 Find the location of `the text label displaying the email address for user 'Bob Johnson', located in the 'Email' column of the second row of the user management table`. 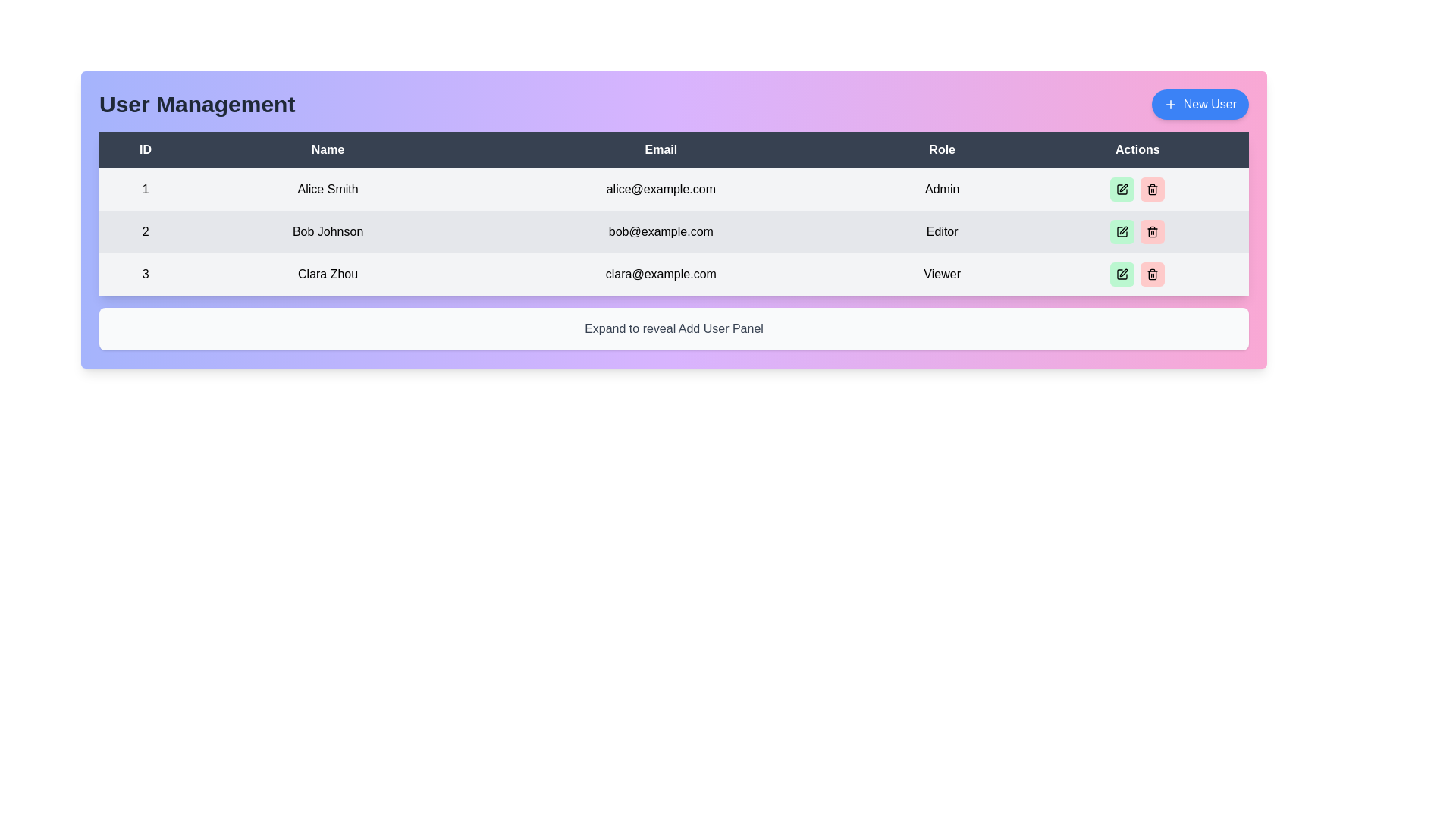

the text label displaying the email address for user 'Bob Johnson', located in the 'Email' column of the second row of the user management table is located at coordinates (661, 231).